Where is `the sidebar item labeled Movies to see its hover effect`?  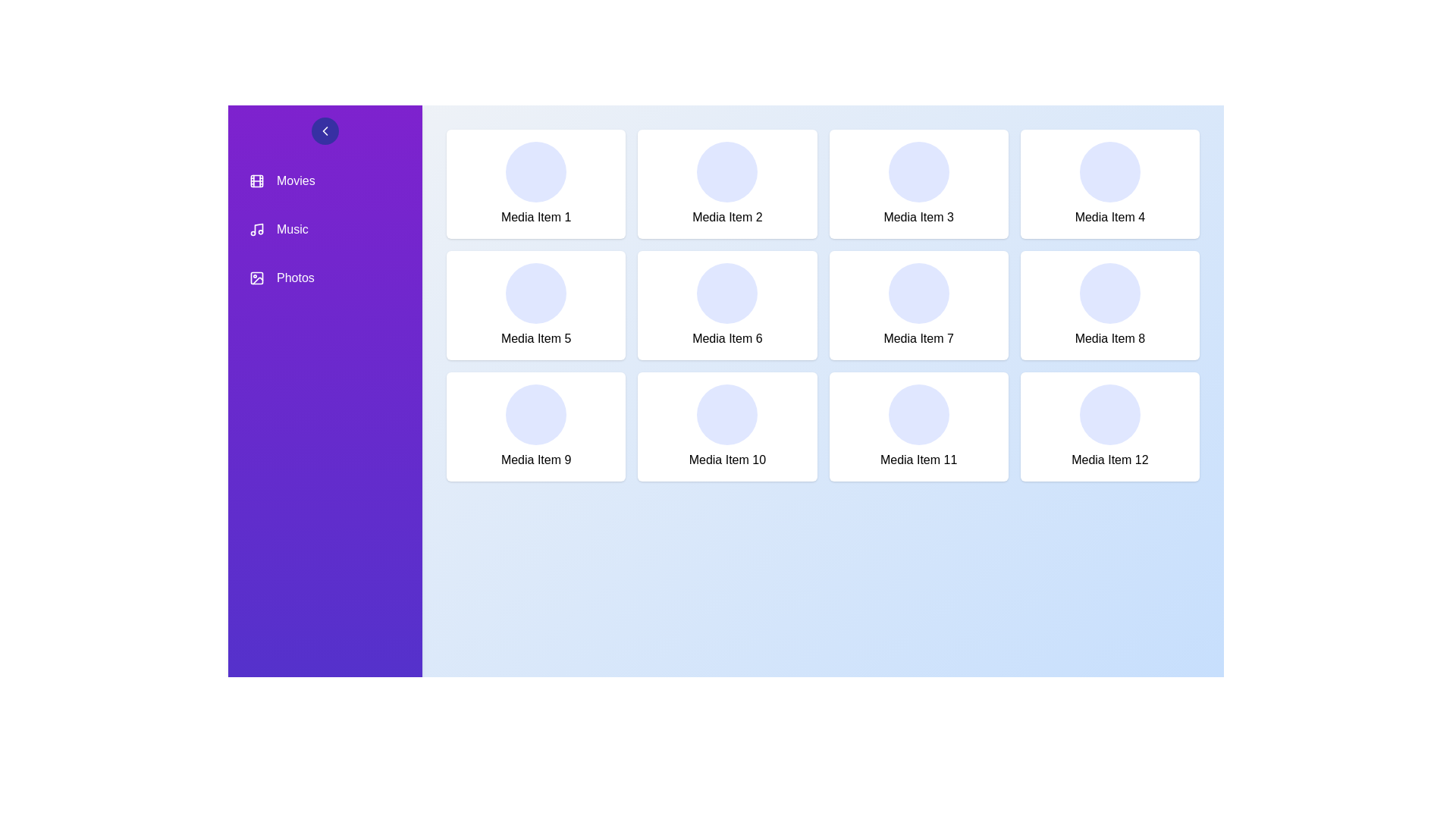
the sidebar item labeled Movies to see its hover effect is located at coordinates (324, 180).